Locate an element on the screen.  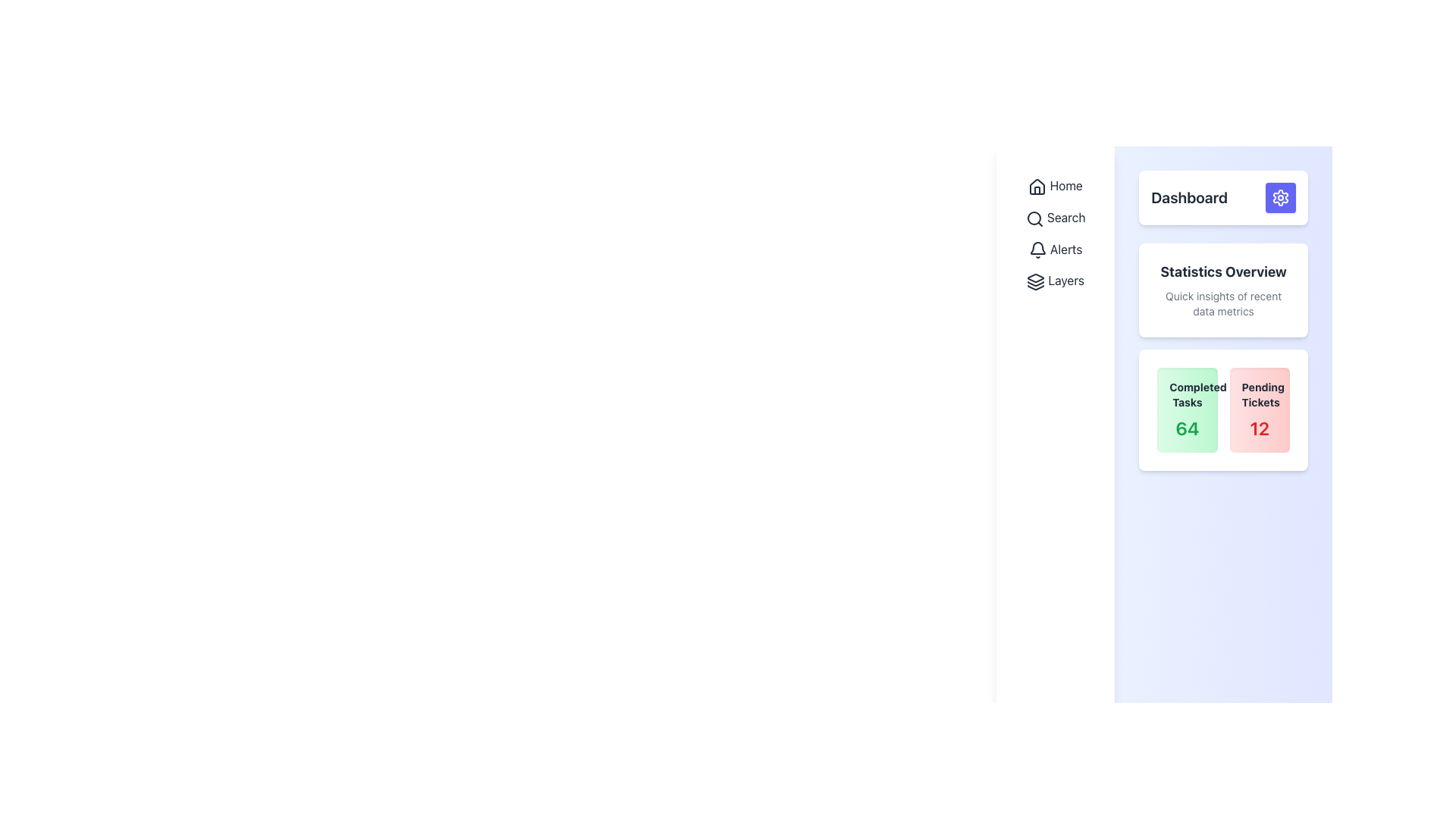
the icon resembling stacked layers located in the left sidebar menu, which is positioned to the right of the text label 'Layers' is located at coordinates (1035, 282).